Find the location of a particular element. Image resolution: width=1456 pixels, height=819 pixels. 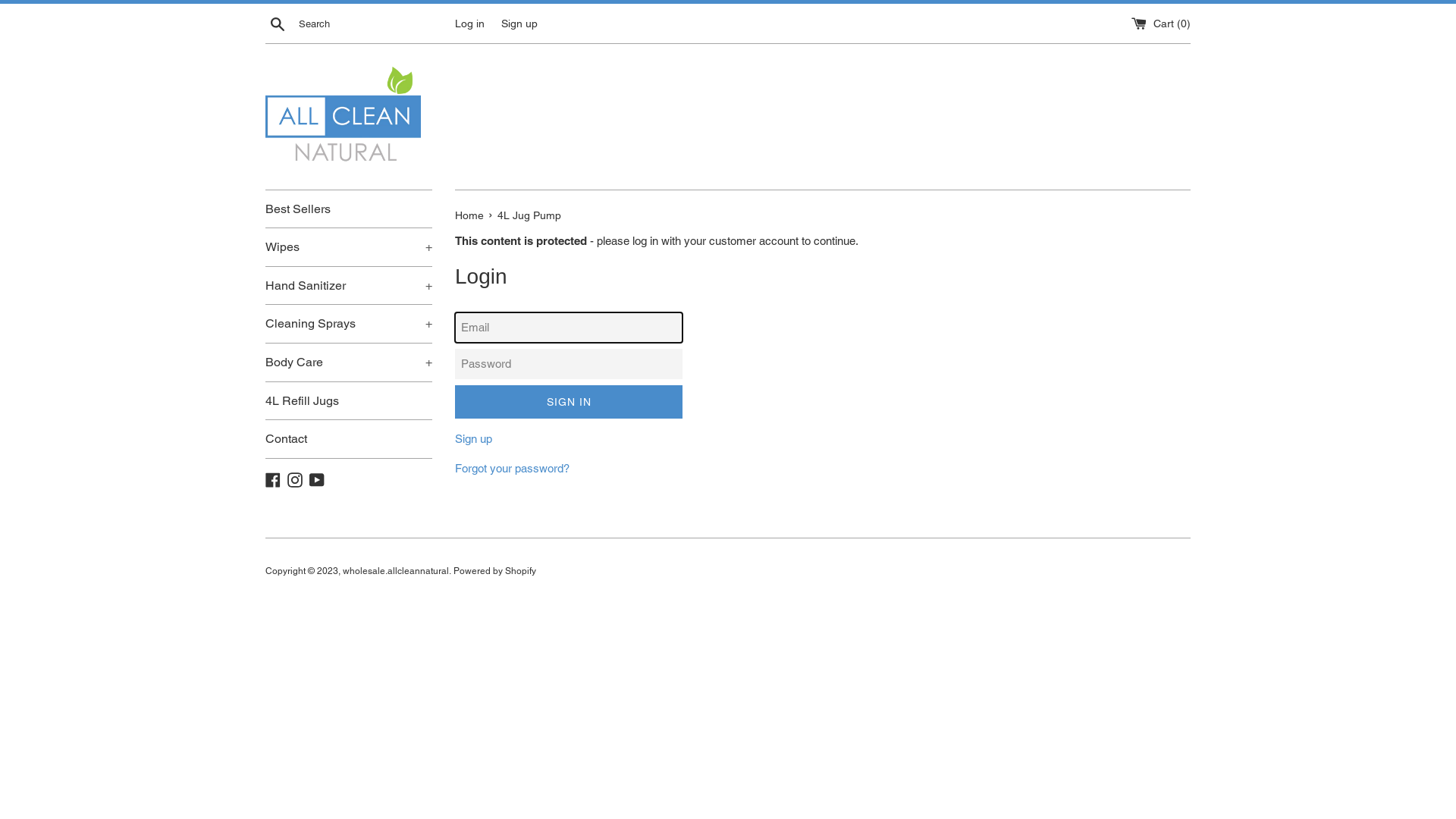

'Cart (0)' is located at coordinates (1160, 23).